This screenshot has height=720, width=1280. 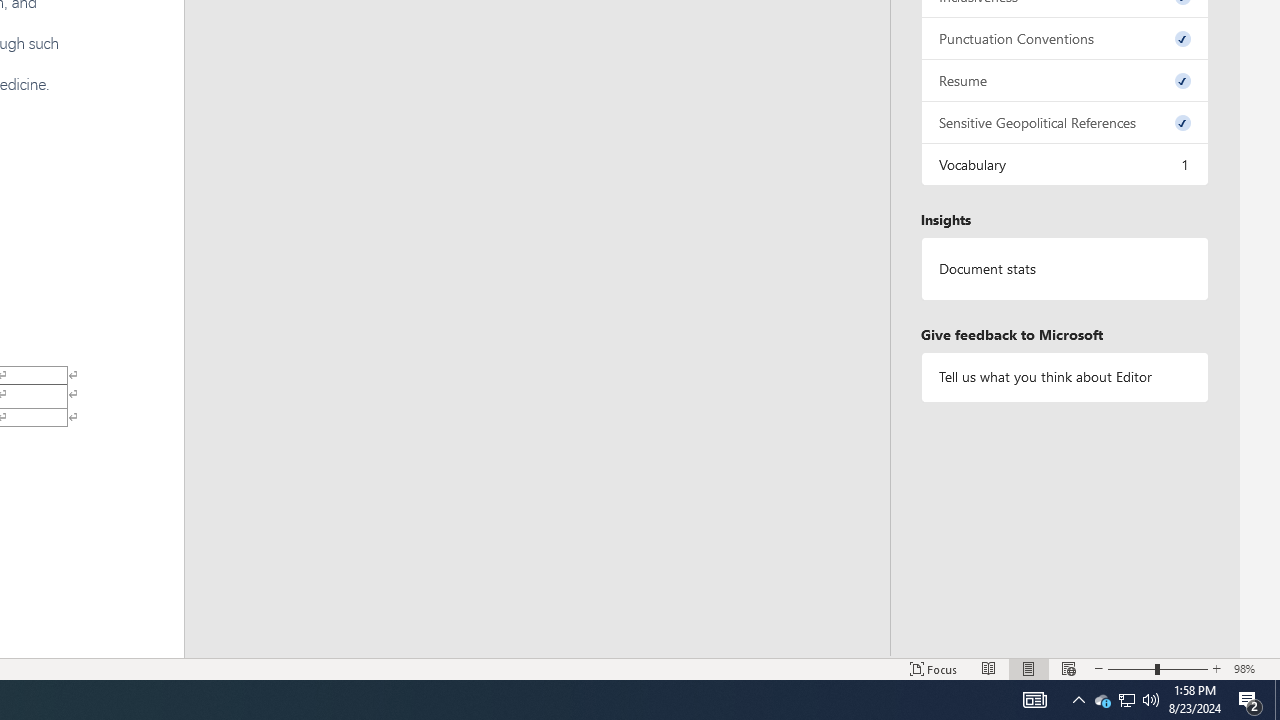 What do you see at coordinates (1063, 79) in the screenshot?
I see `'Resume, 0 issues. Press space or enter to review items.'` at bounding box center [1063, 79].